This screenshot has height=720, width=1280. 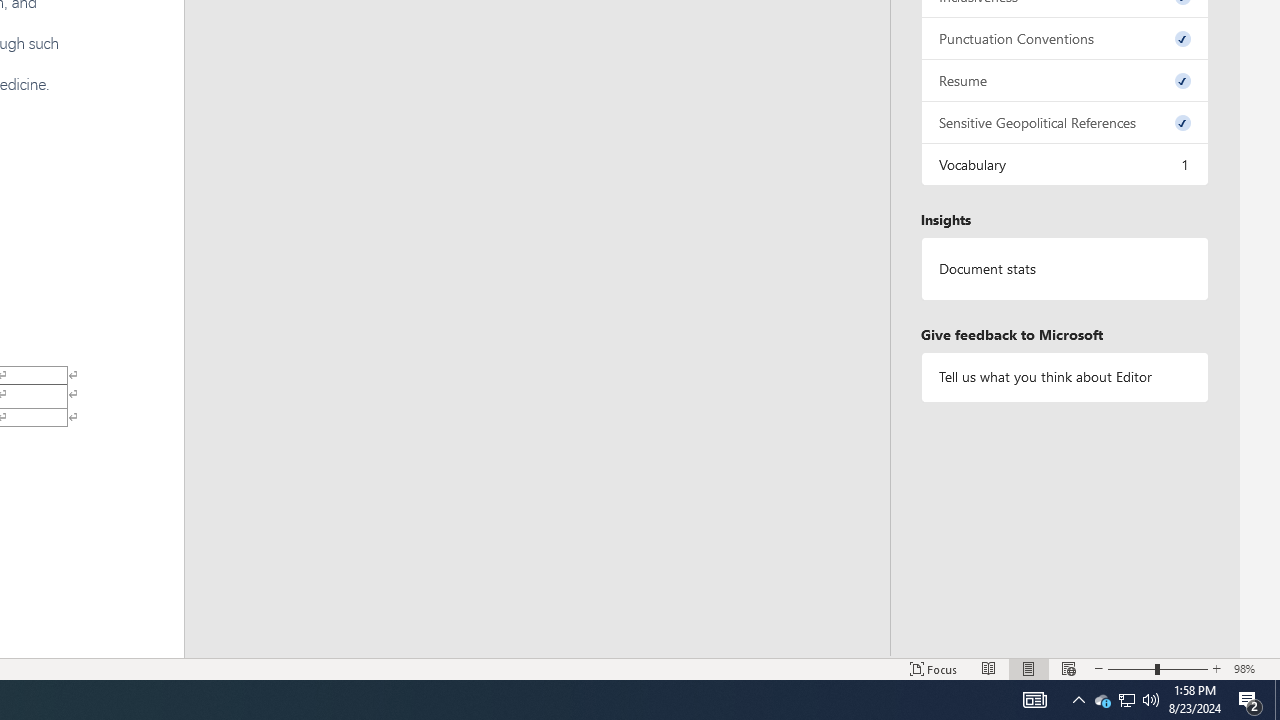 What do you see at coordinates (1063, 79) in the screenshot?
I see `'Resume, 0 issues. Press space or enter to review items.'` at bounding box center [1063, 79].